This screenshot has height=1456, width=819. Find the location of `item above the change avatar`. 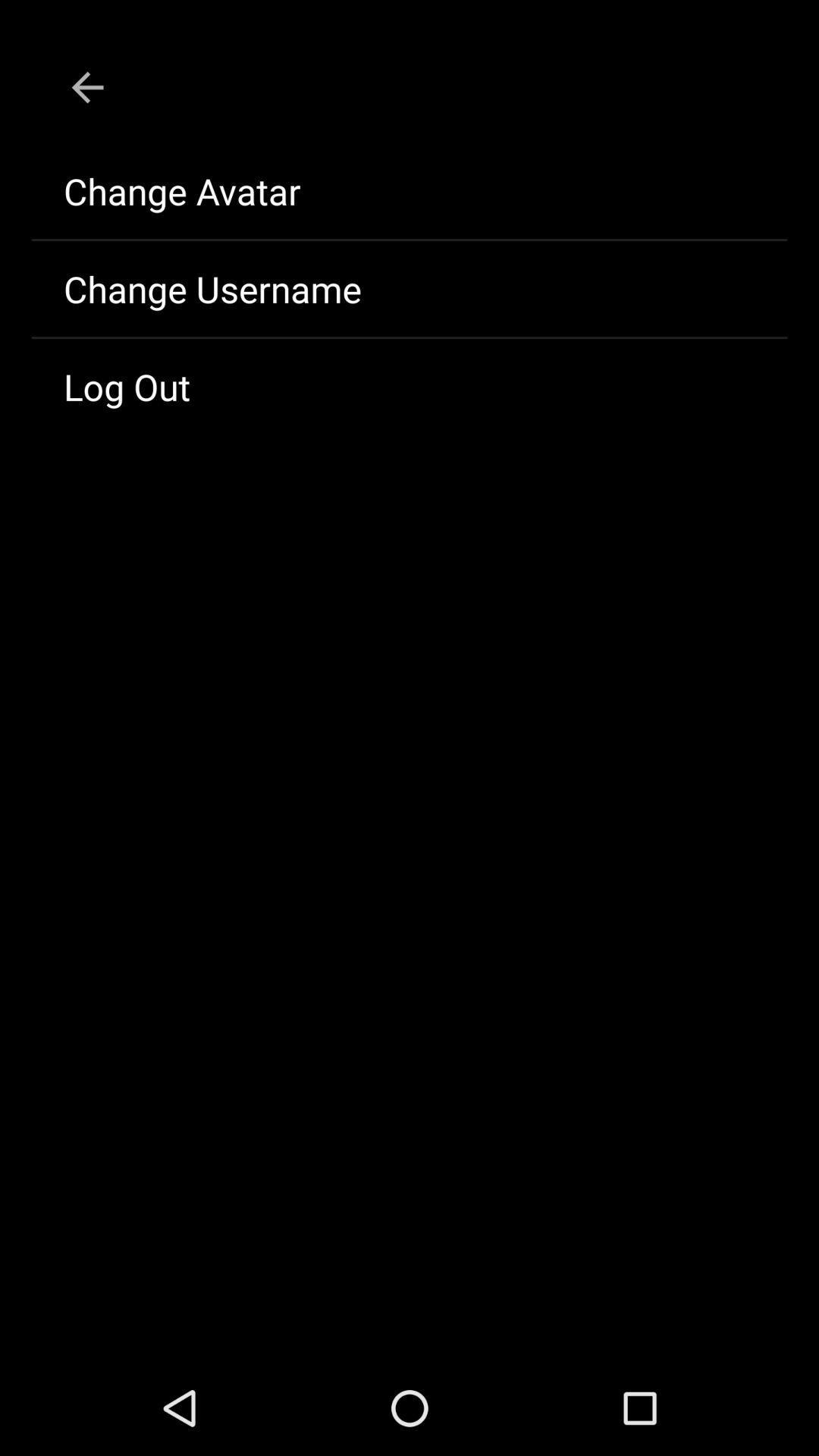

item above the change avatar is located at coordinates (87, 86).